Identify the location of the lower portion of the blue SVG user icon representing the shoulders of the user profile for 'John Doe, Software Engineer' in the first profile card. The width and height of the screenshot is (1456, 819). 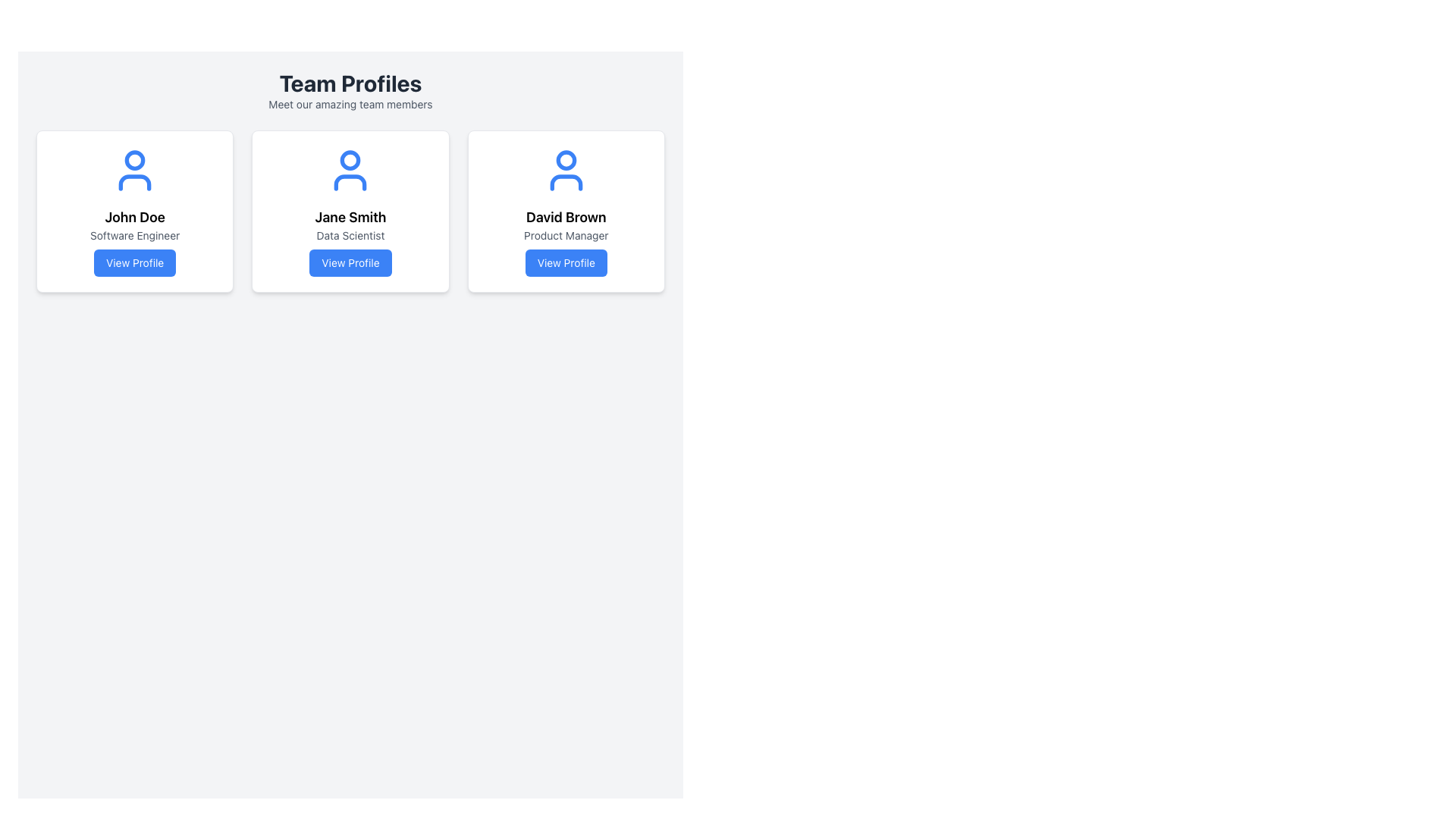
(135, 181).